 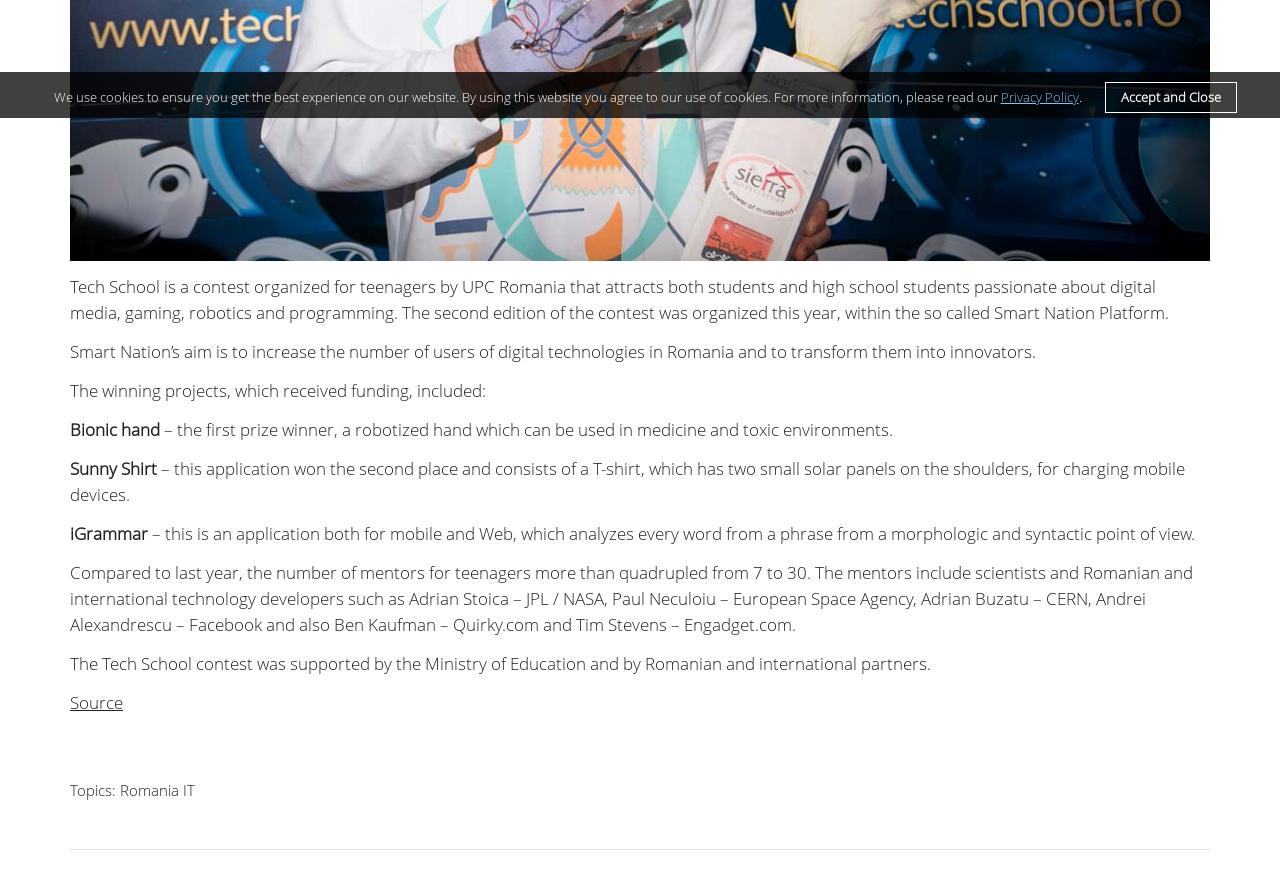 What do you see at coordinates (52, 96) in the screenshot?
I see `'We use cookies to ensure you get the best experience on our website. By using this website you agree to our use of cookies. For more information, please read our'` at bounding box center [52, 96].